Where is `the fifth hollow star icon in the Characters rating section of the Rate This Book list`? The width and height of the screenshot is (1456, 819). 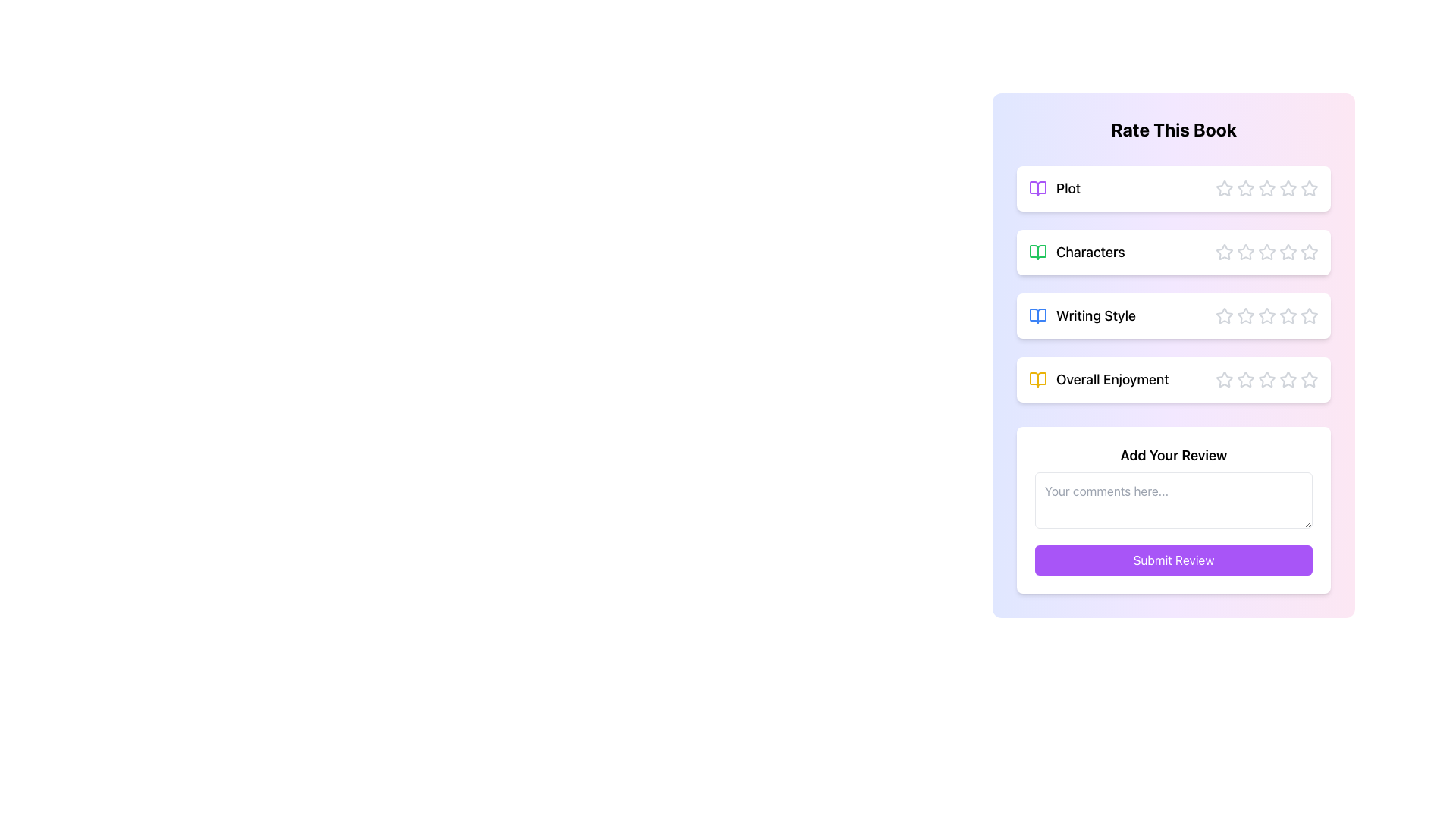 the fifth hollow star icon in the Characters rating section of the Rate This Book list is located at coordinates (1309, 251).